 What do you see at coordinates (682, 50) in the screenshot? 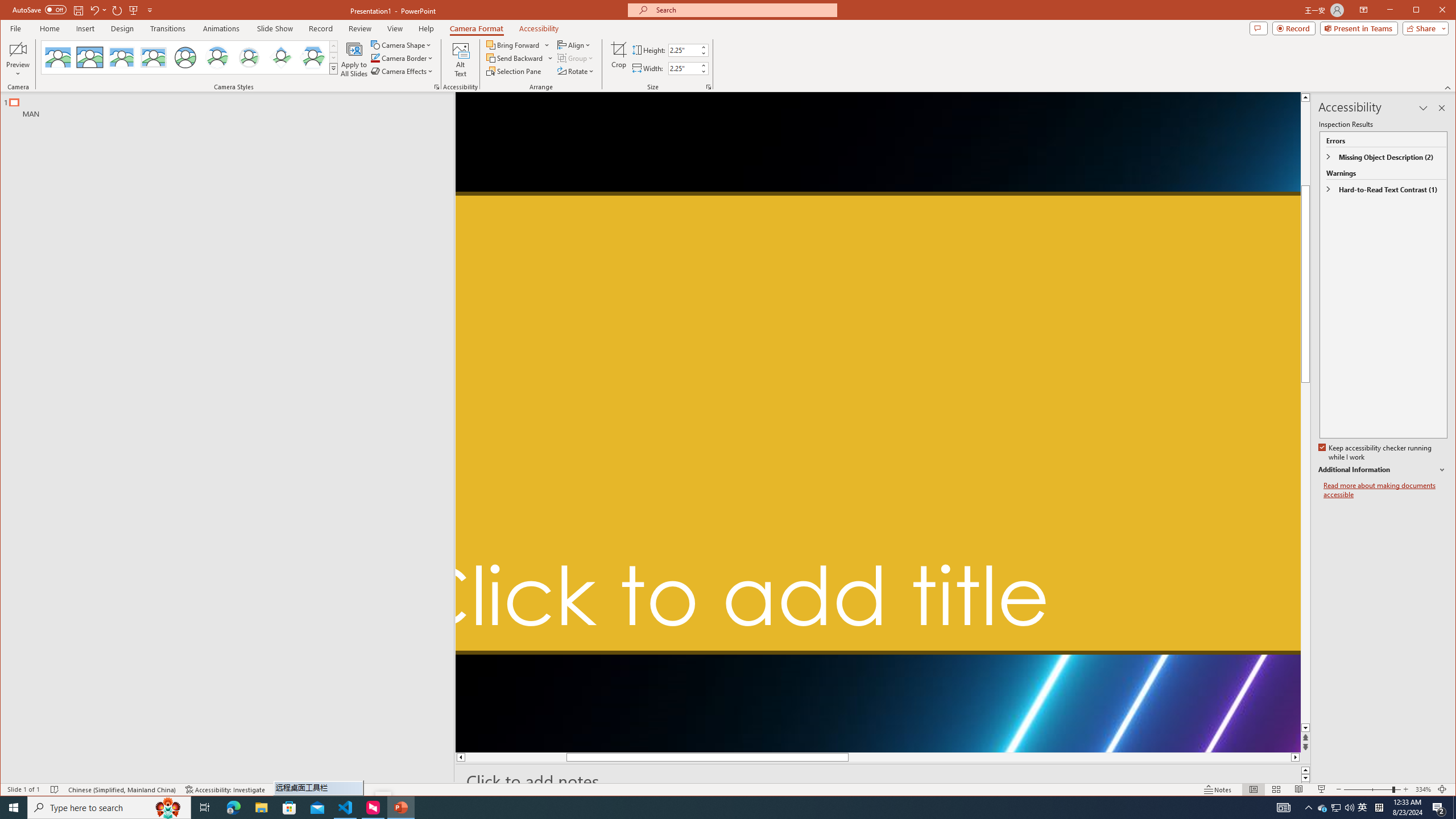
I see `'Cameo Height'` at bounding box center [682, 50].